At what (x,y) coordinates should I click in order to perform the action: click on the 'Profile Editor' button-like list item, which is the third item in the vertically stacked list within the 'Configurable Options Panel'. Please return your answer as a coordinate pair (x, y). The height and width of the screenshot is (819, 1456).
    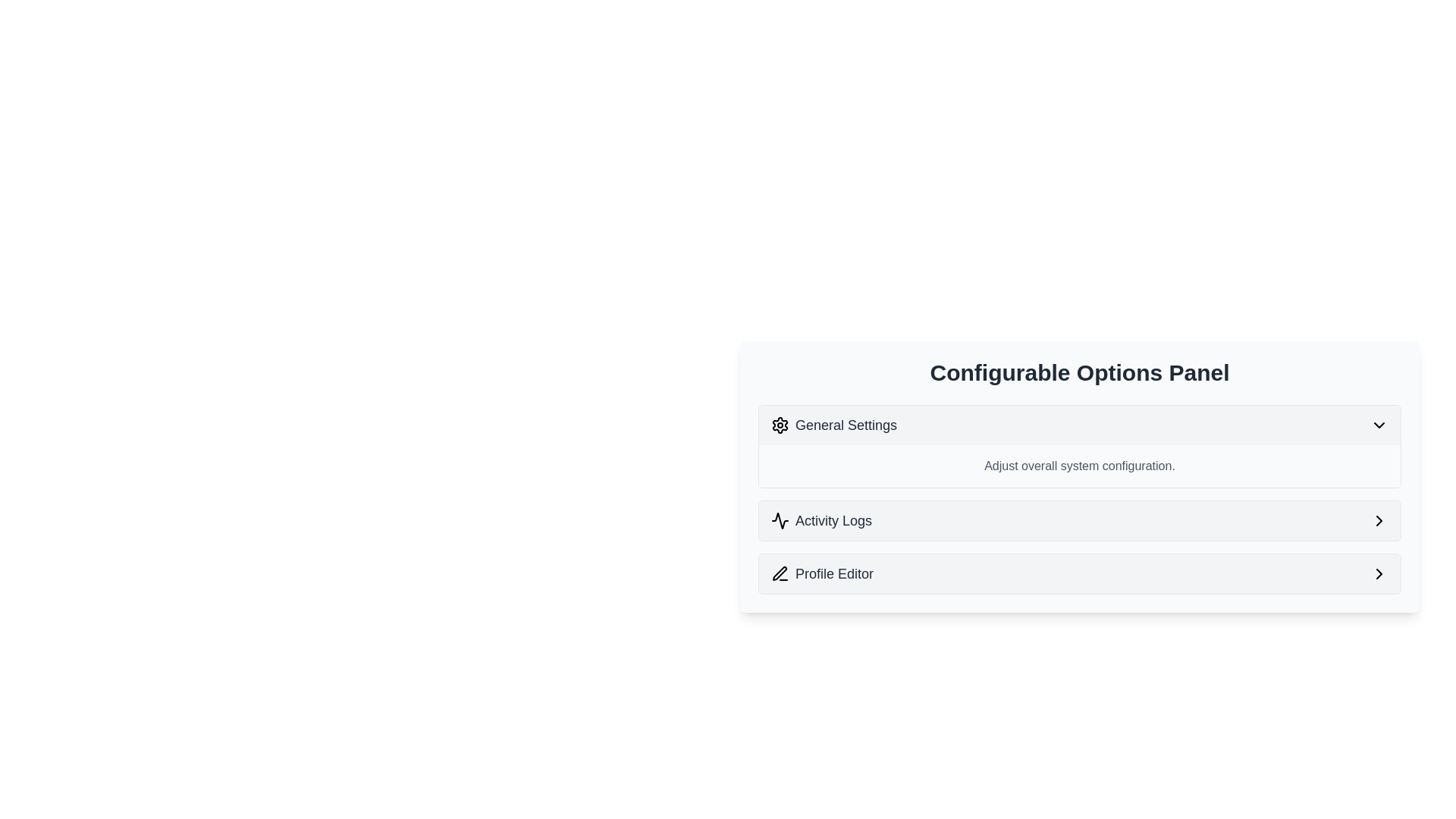
    Looking at the image, I should click on (1079, 573).